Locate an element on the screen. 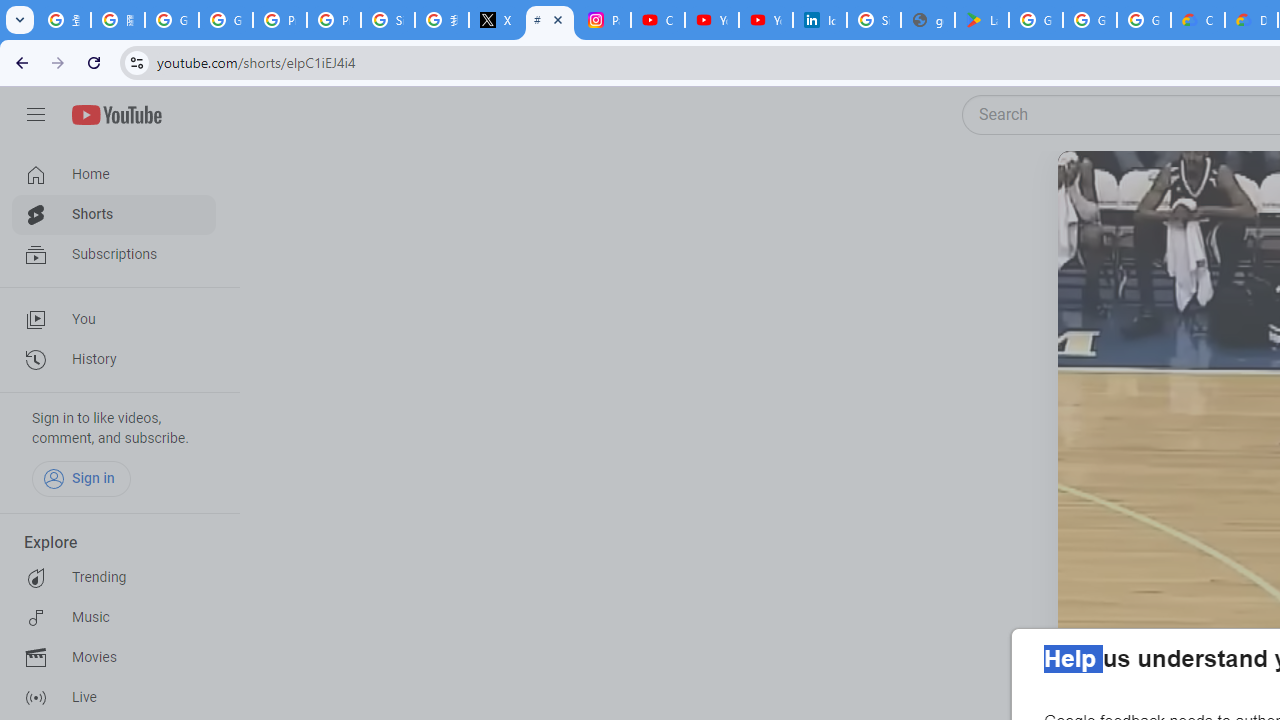 The height and width of the screenshot is (720, 1280). 'Home' is located at coordinates (112, 173).